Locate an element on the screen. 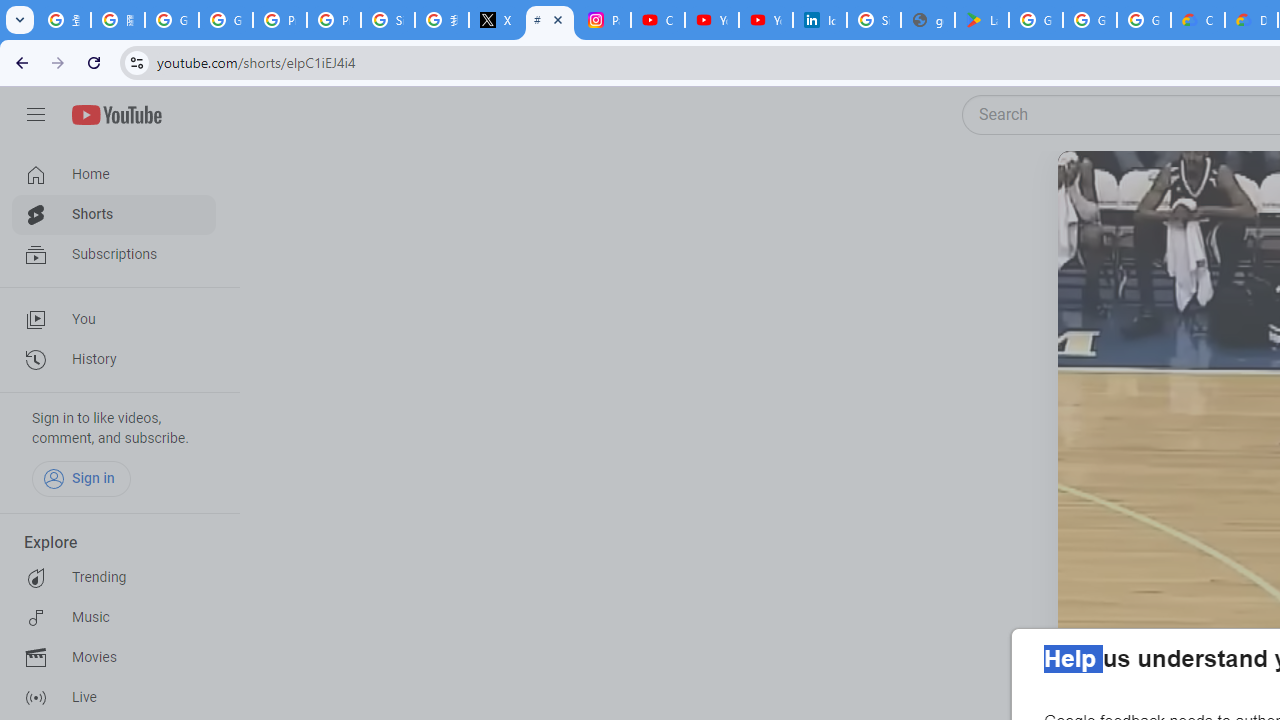 The height and width of the screenshot is (720, 1280). 'Home' is located at coordinates (112, 173).